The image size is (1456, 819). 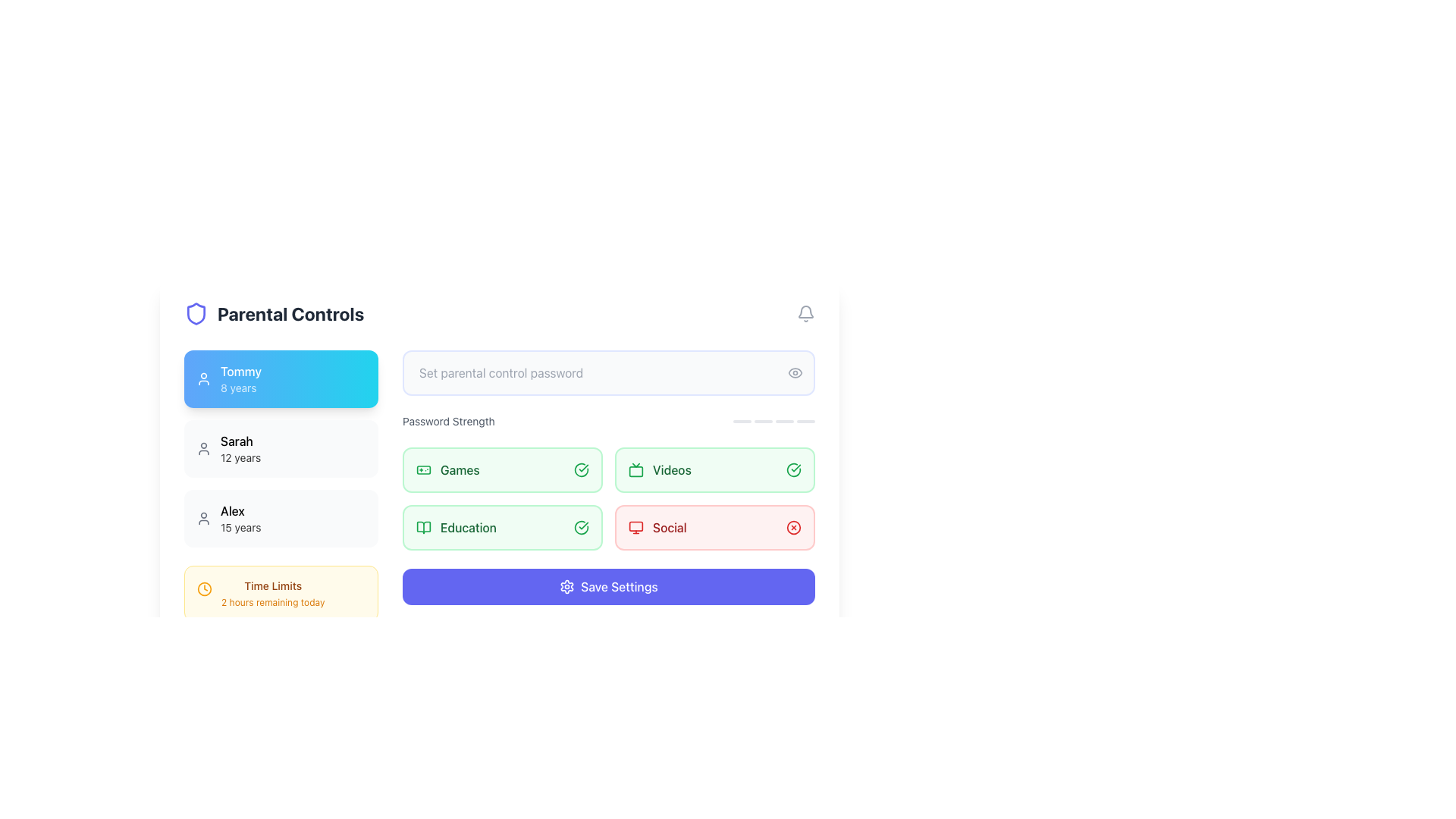 What do you see at coordinates (581, 526) in the screenshot?
I see `the circular checkmark icon with a green stroke that indicates a successful state, located next to the 'Education' label` at bounding box center [581, 526].